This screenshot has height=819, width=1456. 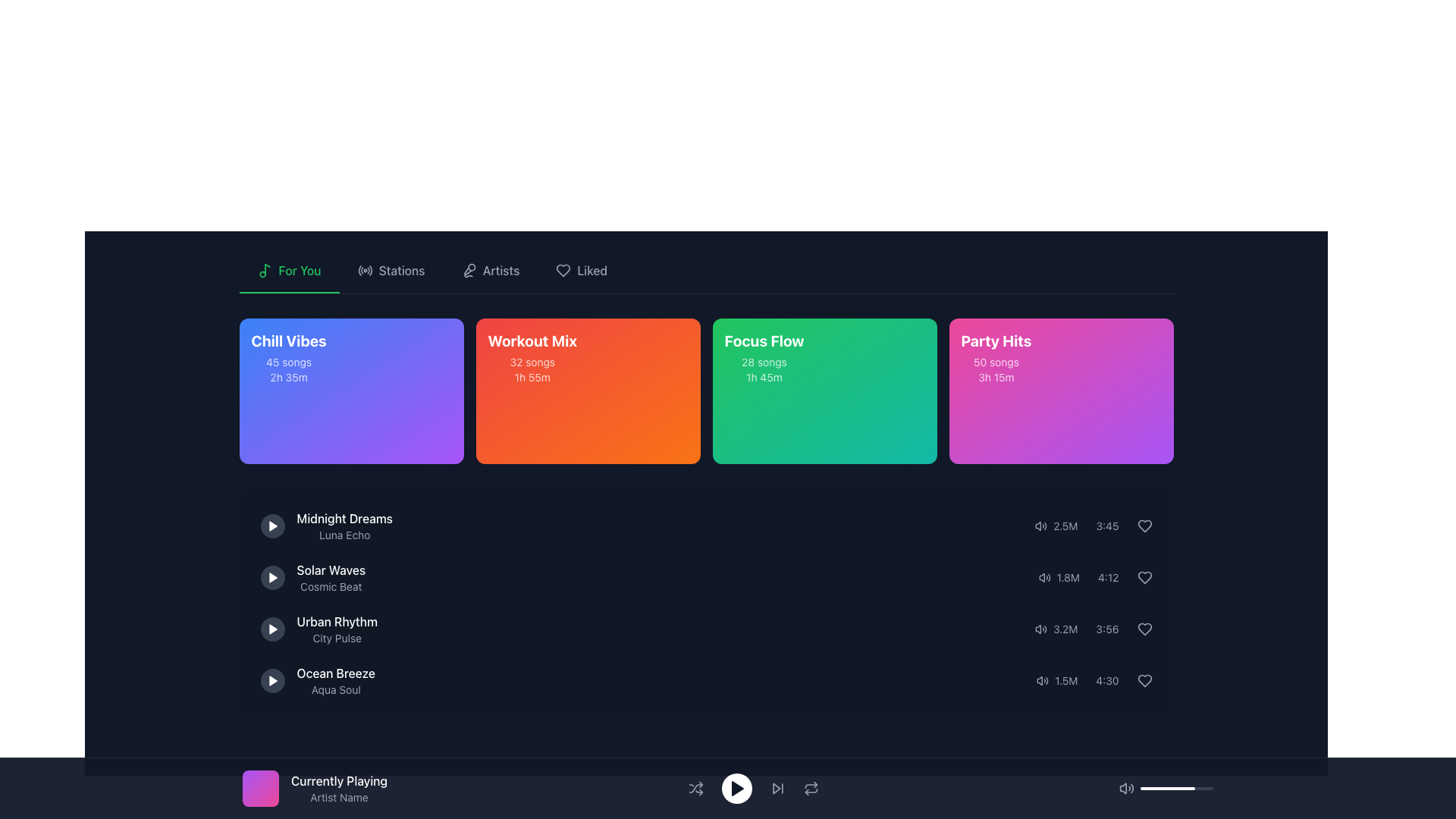 I want to click on the text label displaying 'Cosmic Beat', which is styled in small, light-gray font and positioned below 'Solar Waves', so click(x=330, y=586).